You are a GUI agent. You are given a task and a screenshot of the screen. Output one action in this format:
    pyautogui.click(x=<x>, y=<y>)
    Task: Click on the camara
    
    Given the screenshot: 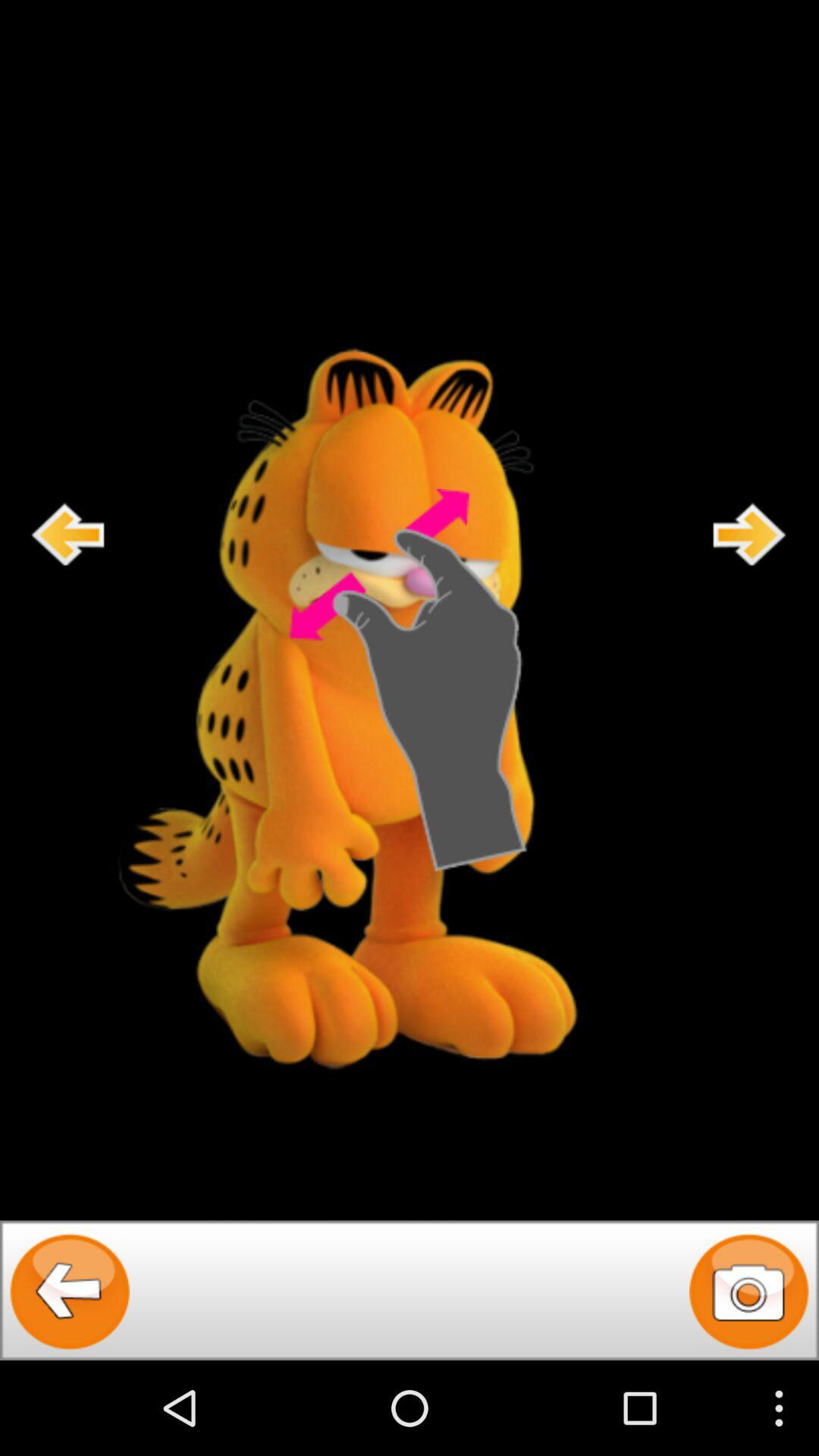 What is the action you would take?
    pyautogui.click(x=748, y=1289)
    